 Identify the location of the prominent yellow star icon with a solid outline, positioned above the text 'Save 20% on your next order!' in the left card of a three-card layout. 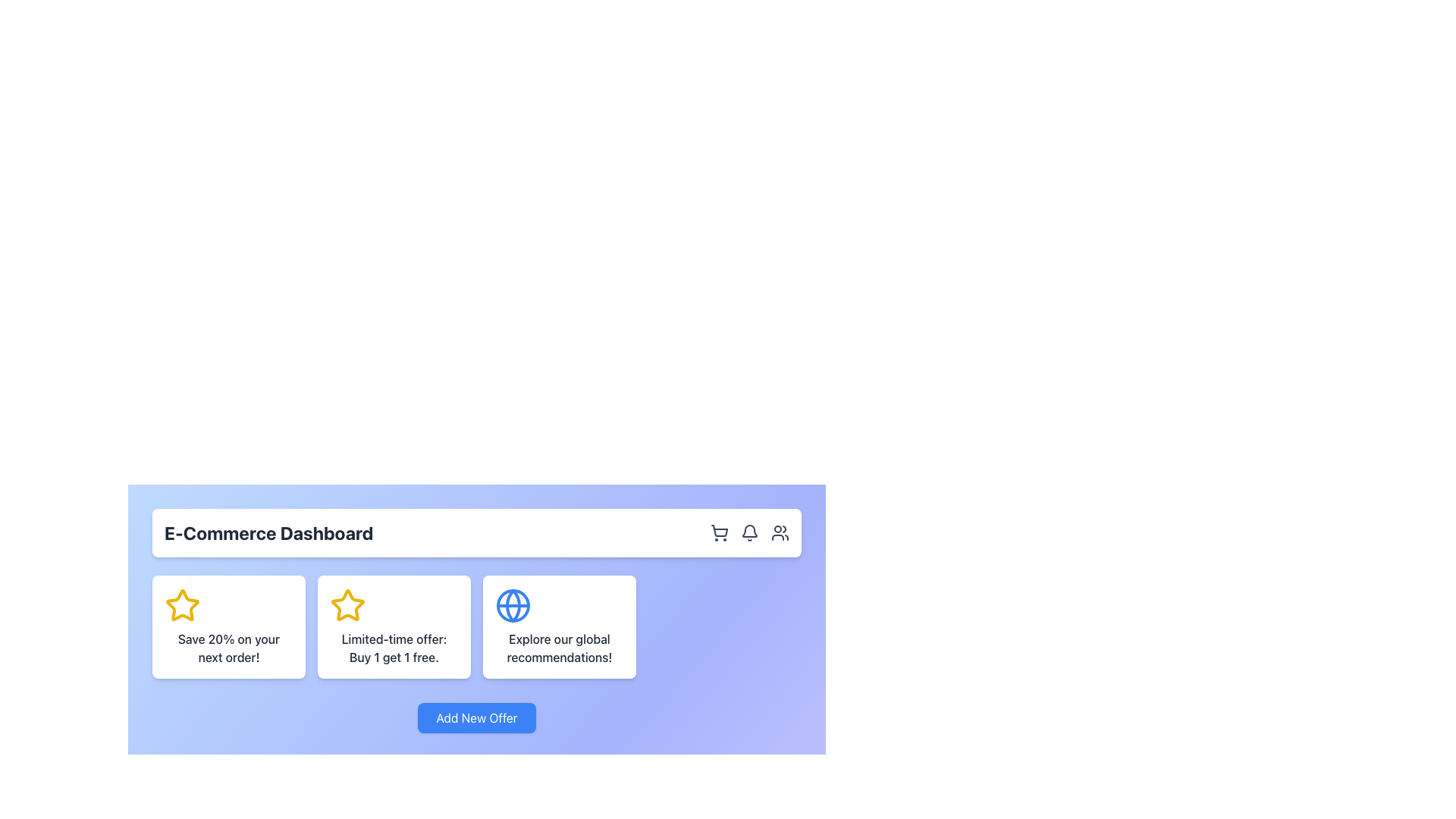
(182, 604).